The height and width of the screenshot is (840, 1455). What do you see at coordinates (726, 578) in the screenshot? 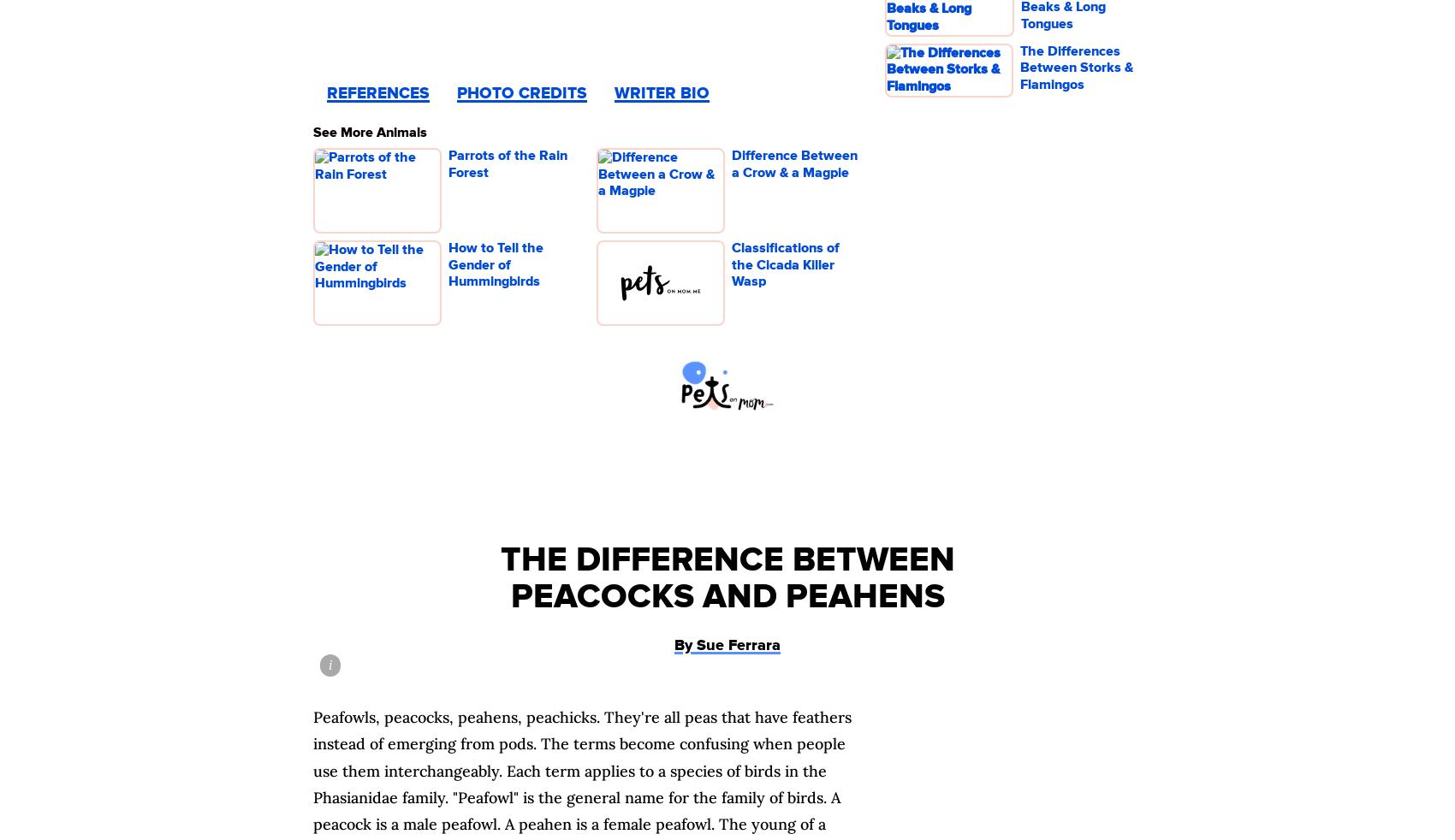
I see `'The Difference Between Peacocks and Peahens'` at bounding box center [726, 578].